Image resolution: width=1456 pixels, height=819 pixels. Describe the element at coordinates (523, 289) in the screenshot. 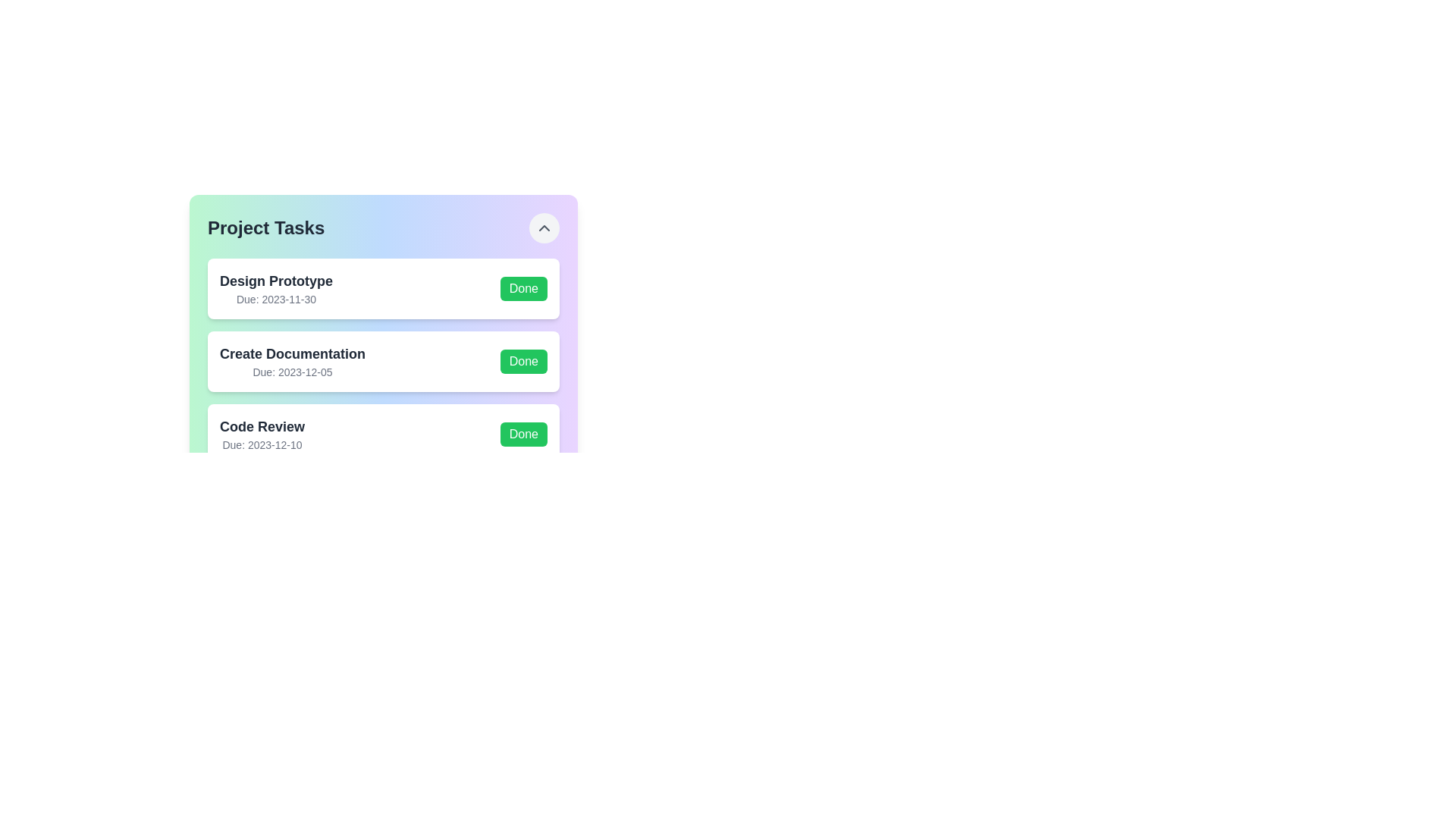

I see `'Done' button for the task 'Design Prototype'` at that location.